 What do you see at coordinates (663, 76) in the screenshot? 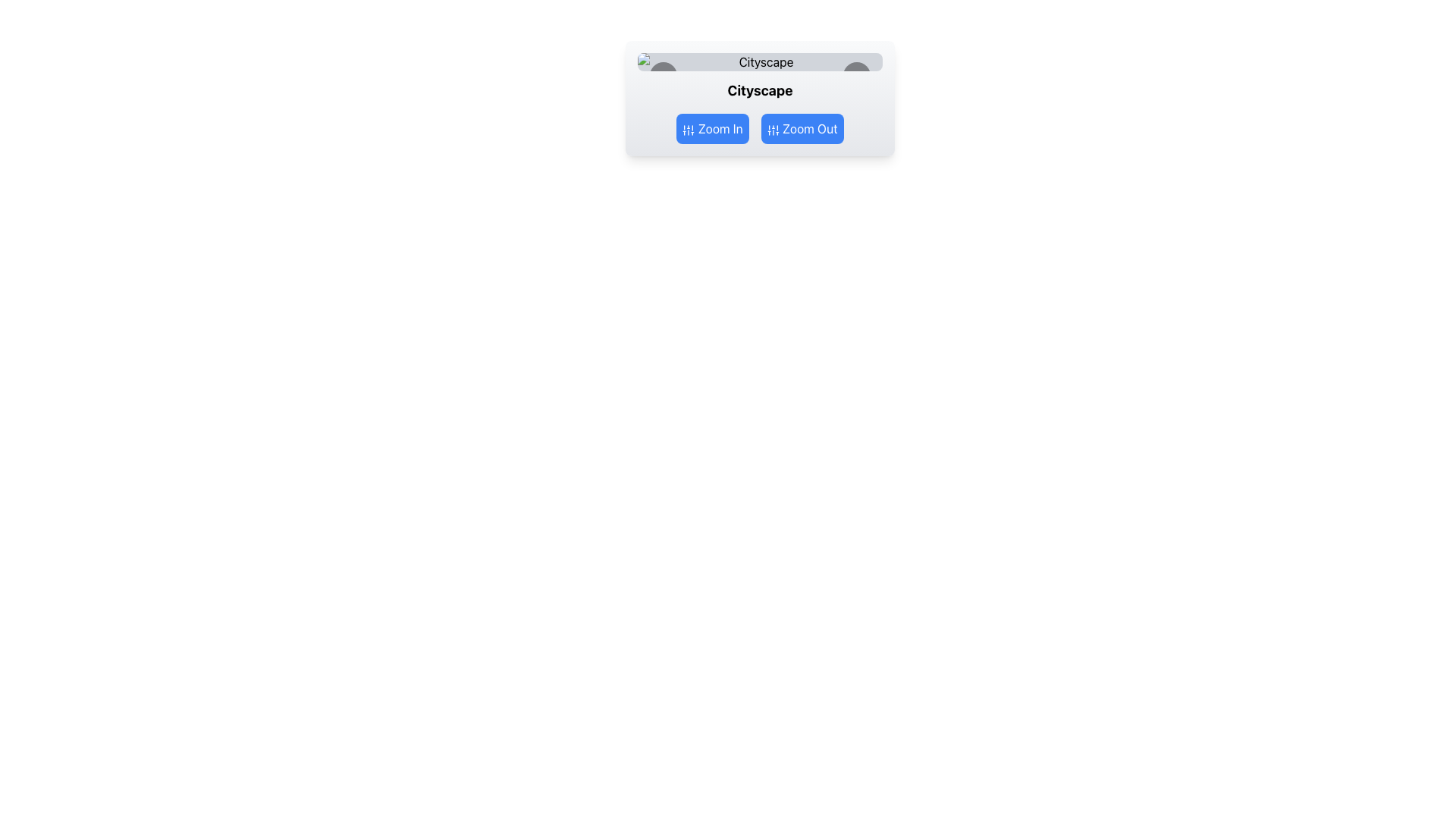
I see `the backward navigation icon located at the top-left corner of the visible interface, which serves as a visual indicator for navigating to a previous view` at bounding box center [663, 76].